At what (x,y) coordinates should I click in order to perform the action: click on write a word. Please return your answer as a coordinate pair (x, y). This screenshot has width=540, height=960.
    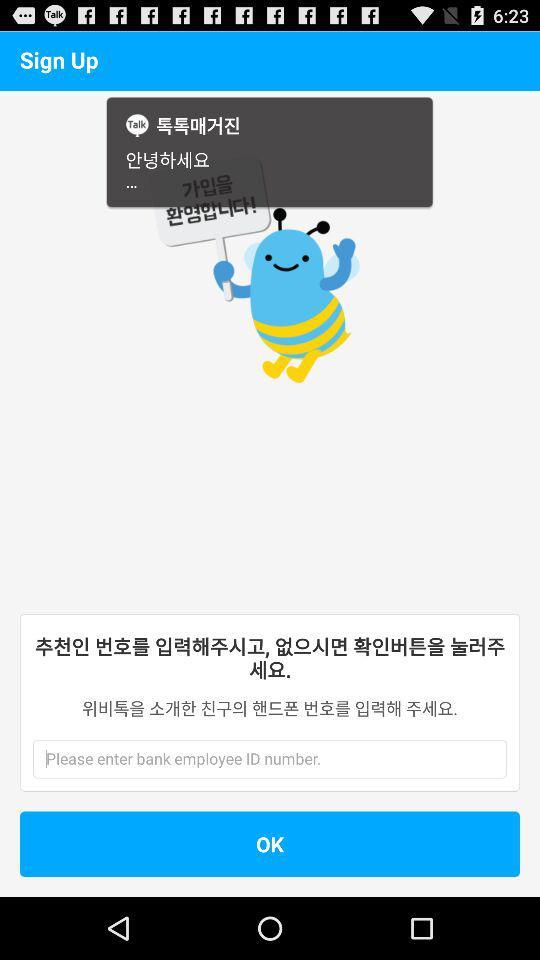
    Looking at the image, I should click on (249, 758).